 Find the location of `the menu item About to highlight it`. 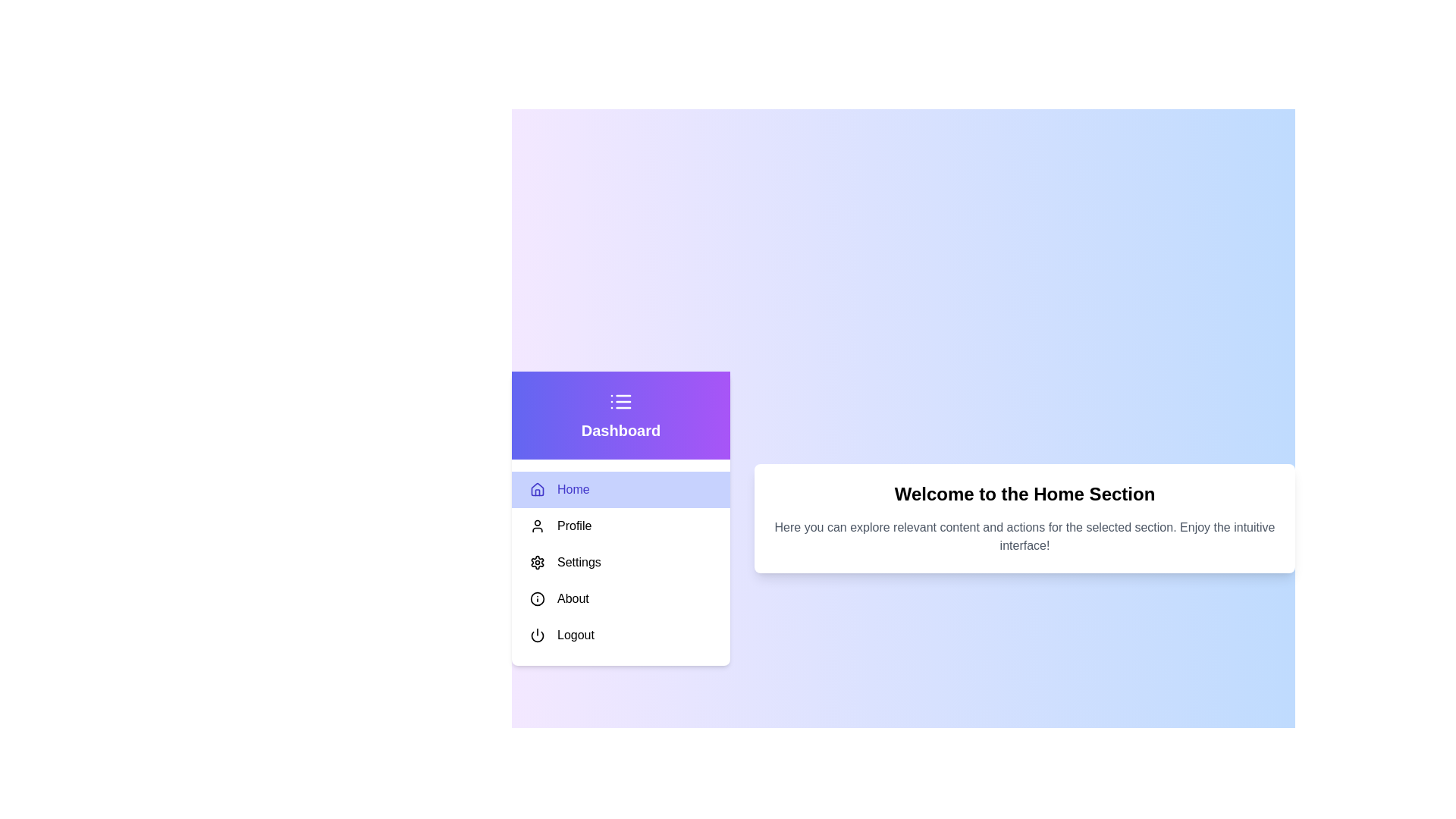

the menu item About to highlight it is located at coordinates (621, 598).